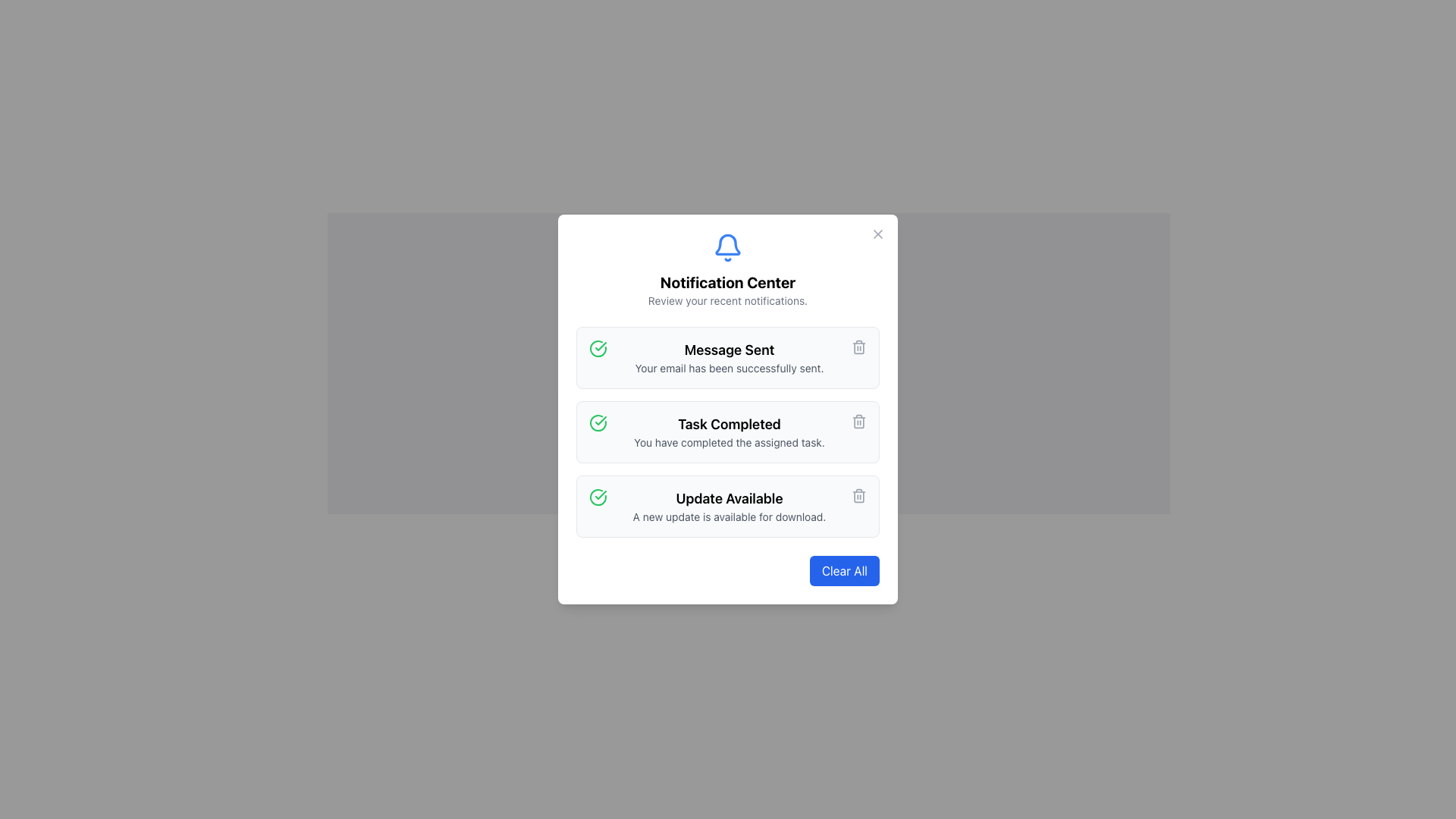  What do you see at coordinates (877, 234) in the screenshot?
I see `the small 'X' icon button located at the top-right corner of the 'Notification Center' modal to trigger the color change` at bounding box center [877, 234].